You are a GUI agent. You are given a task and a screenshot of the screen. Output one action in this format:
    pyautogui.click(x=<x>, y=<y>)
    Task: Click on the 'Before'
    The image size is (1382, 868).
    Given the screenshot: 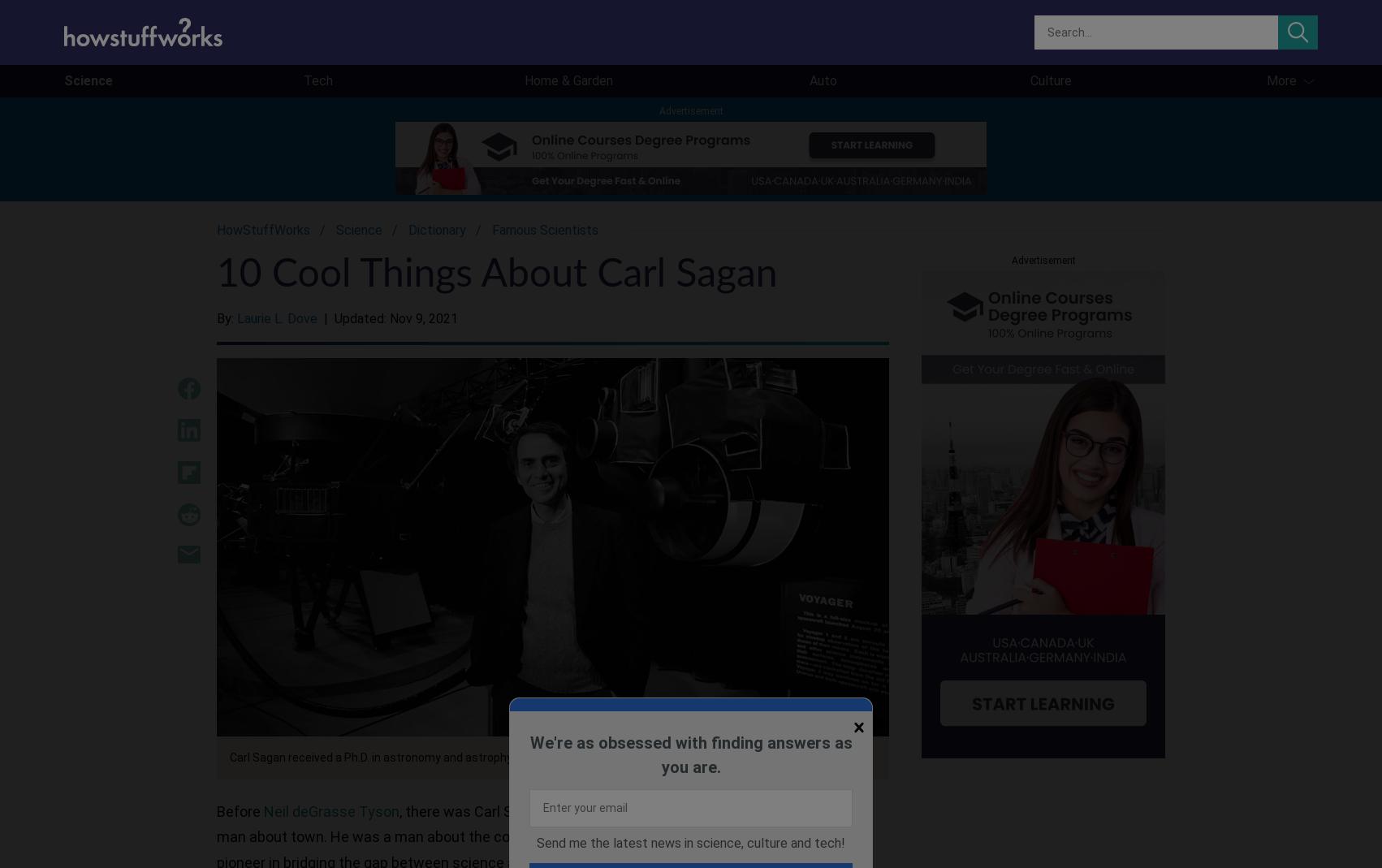 What is the action you would take?
    pyautogui.click(x=240, y=810)
    